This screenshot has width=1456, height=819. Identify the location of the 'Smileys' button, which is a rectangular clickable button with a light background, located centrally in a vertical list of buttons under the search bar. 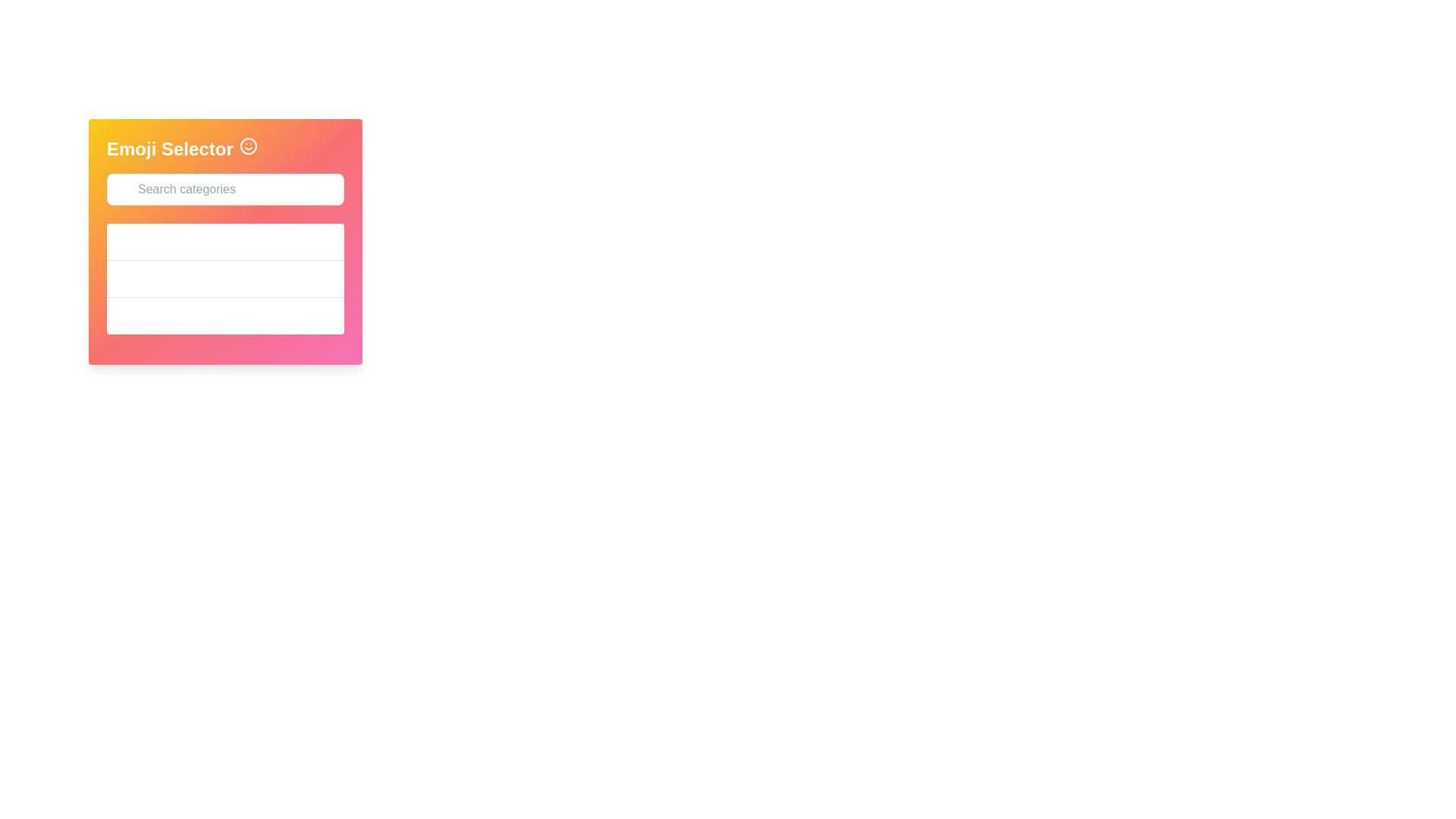
(224, 241).